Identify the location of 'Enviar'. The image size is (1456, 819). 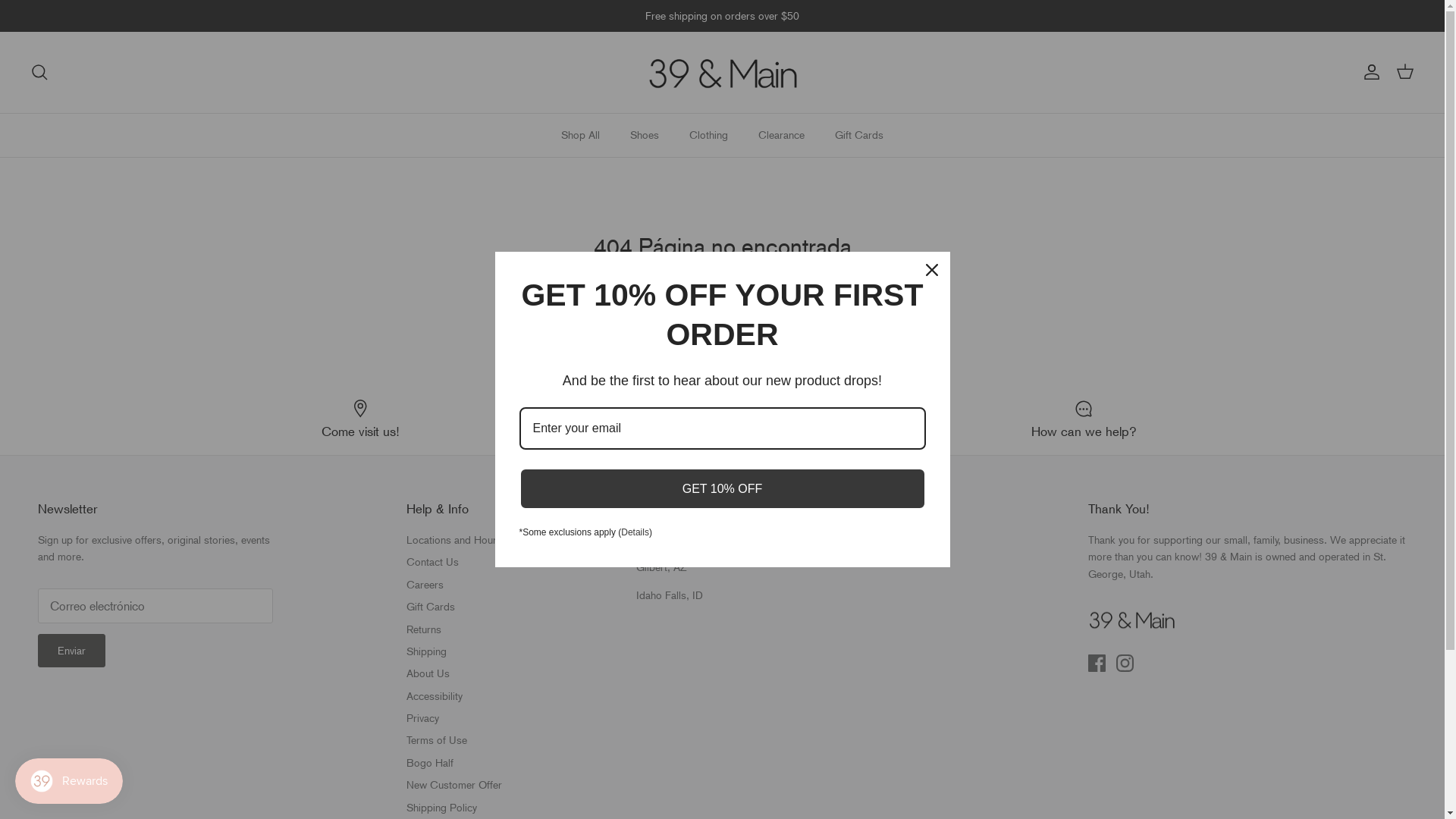
(71, 649).